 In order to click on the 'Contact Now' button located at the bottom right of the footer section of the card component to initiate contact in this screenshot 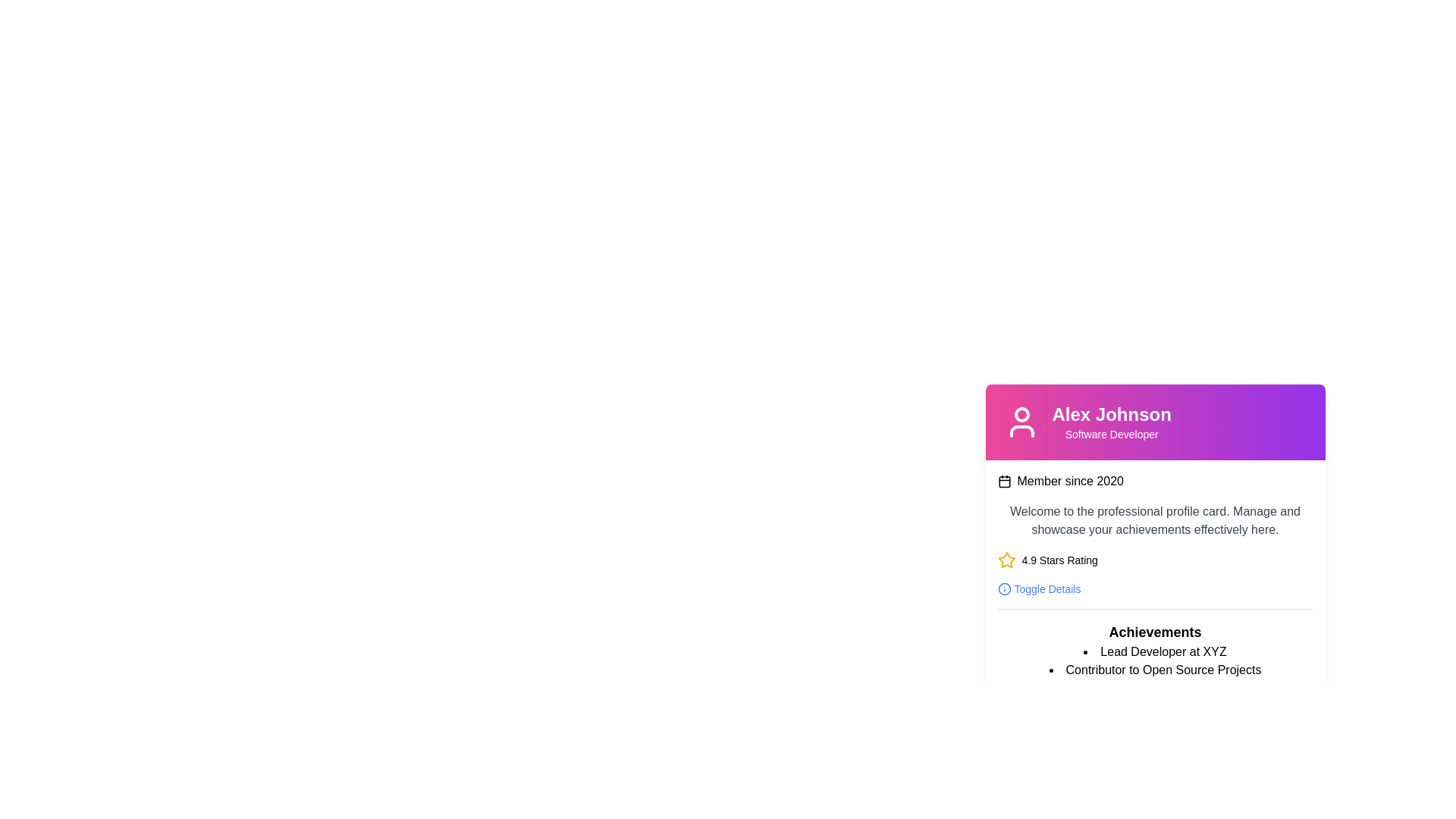, I will do `click(1266, 736)`.